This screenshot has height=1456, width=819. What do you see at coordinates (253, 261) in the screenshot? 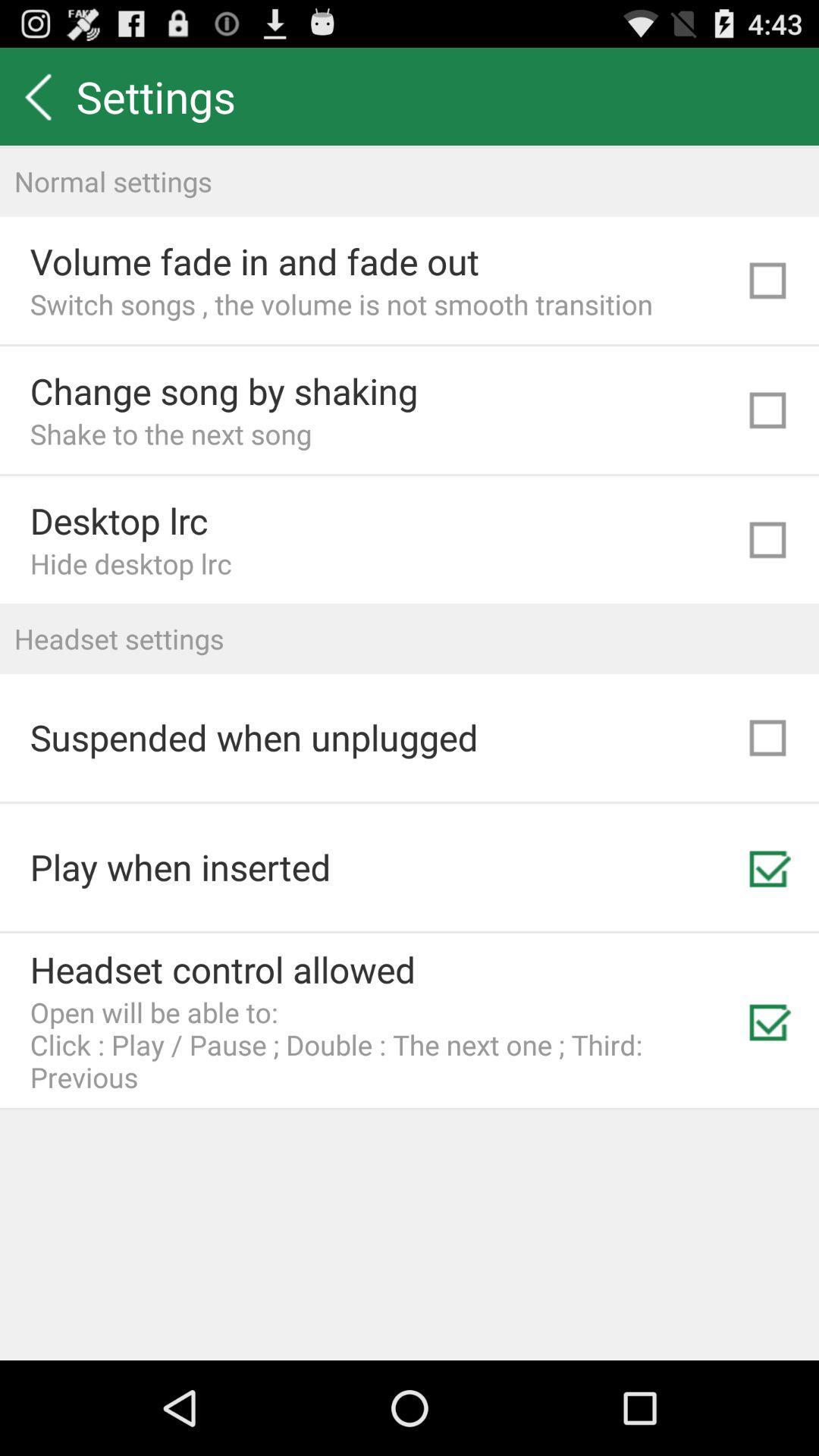
I see `the app above switch songs the icon` at bounding box center [253, 261].